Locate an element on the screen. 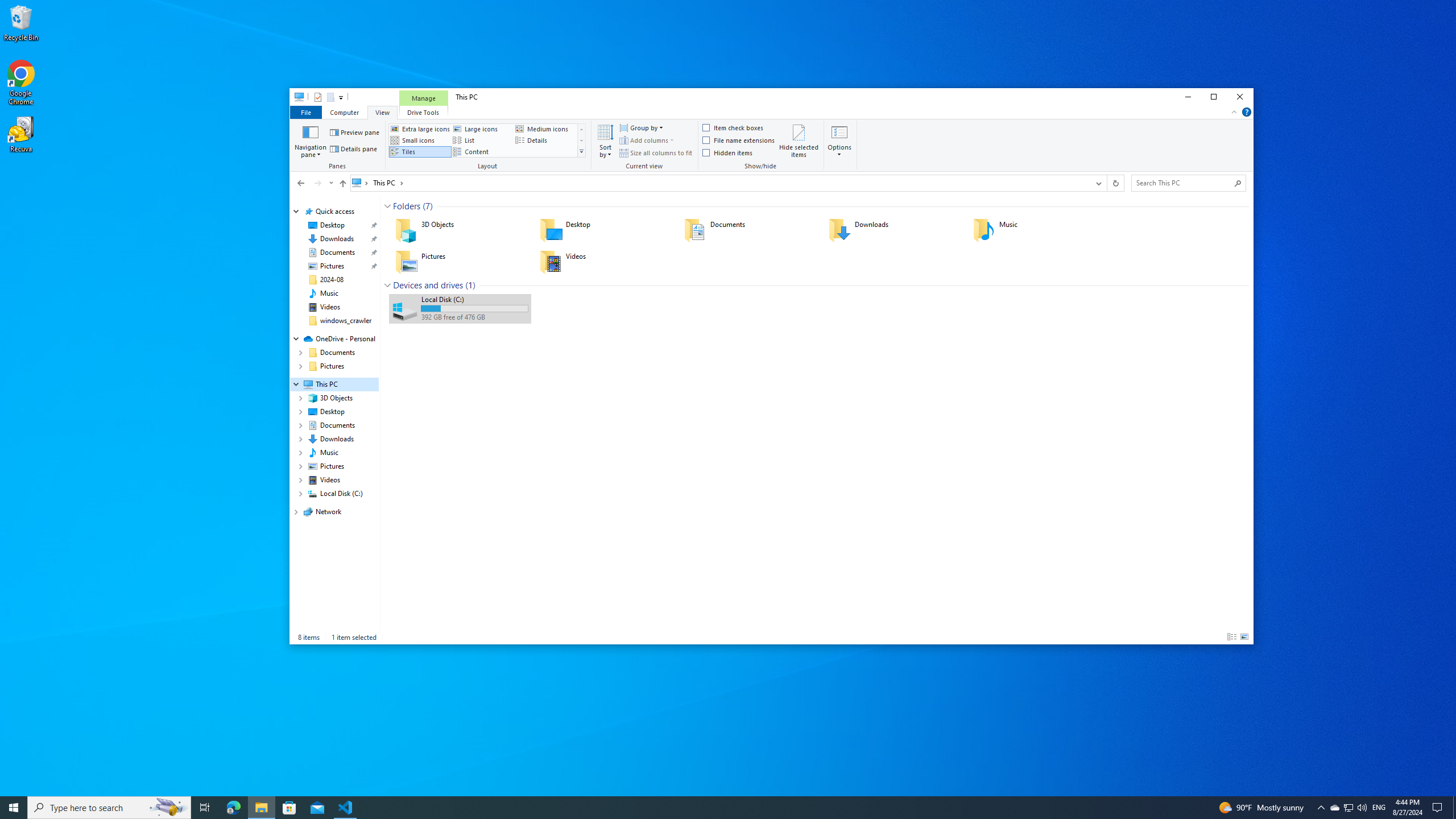  'Group by' is located at coordinates (640, 128).